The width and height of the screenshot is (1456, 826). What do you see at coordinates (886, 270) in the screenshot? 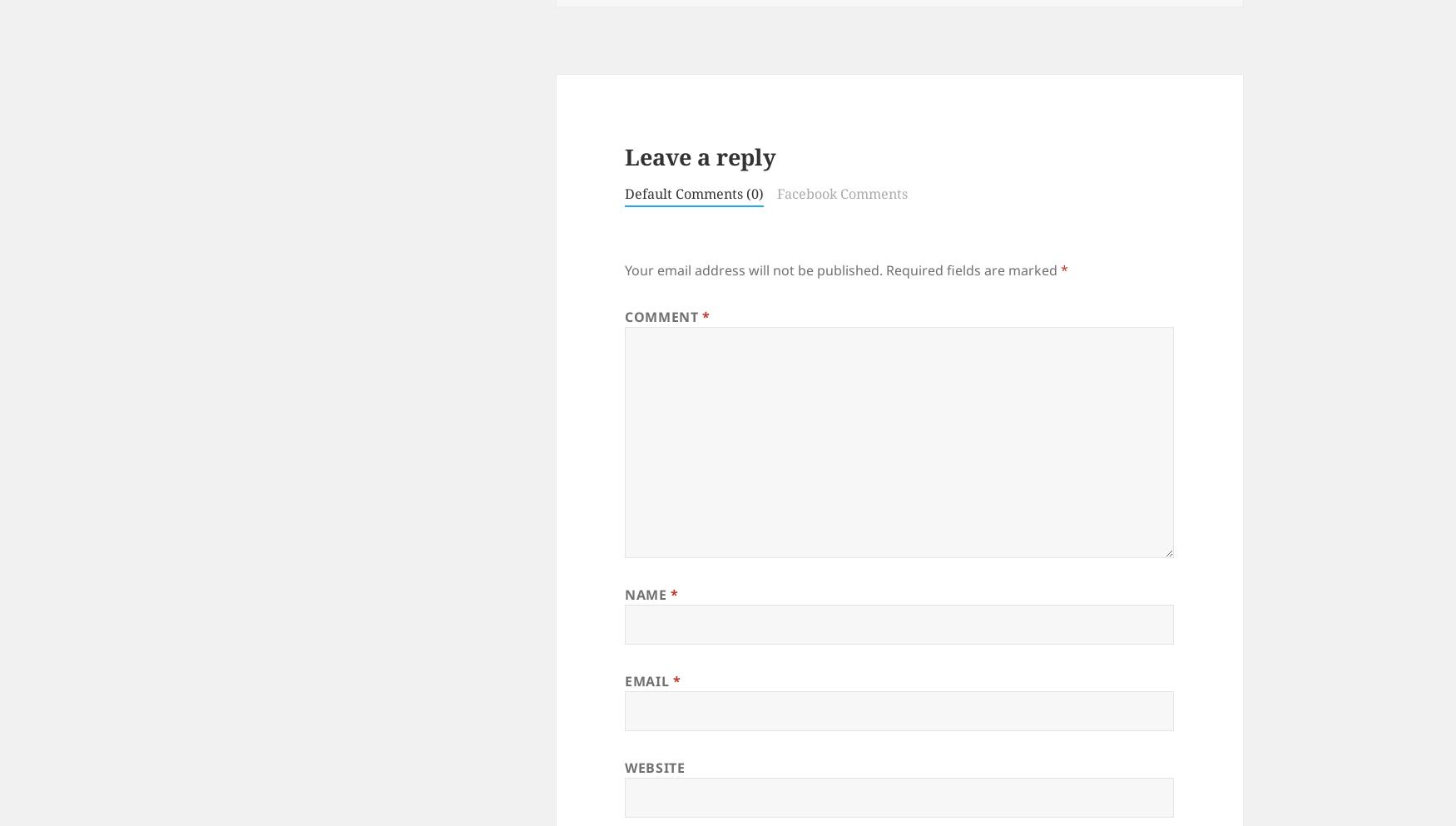
I see `'Required fields are marked'` at bounding box center [886, 270].